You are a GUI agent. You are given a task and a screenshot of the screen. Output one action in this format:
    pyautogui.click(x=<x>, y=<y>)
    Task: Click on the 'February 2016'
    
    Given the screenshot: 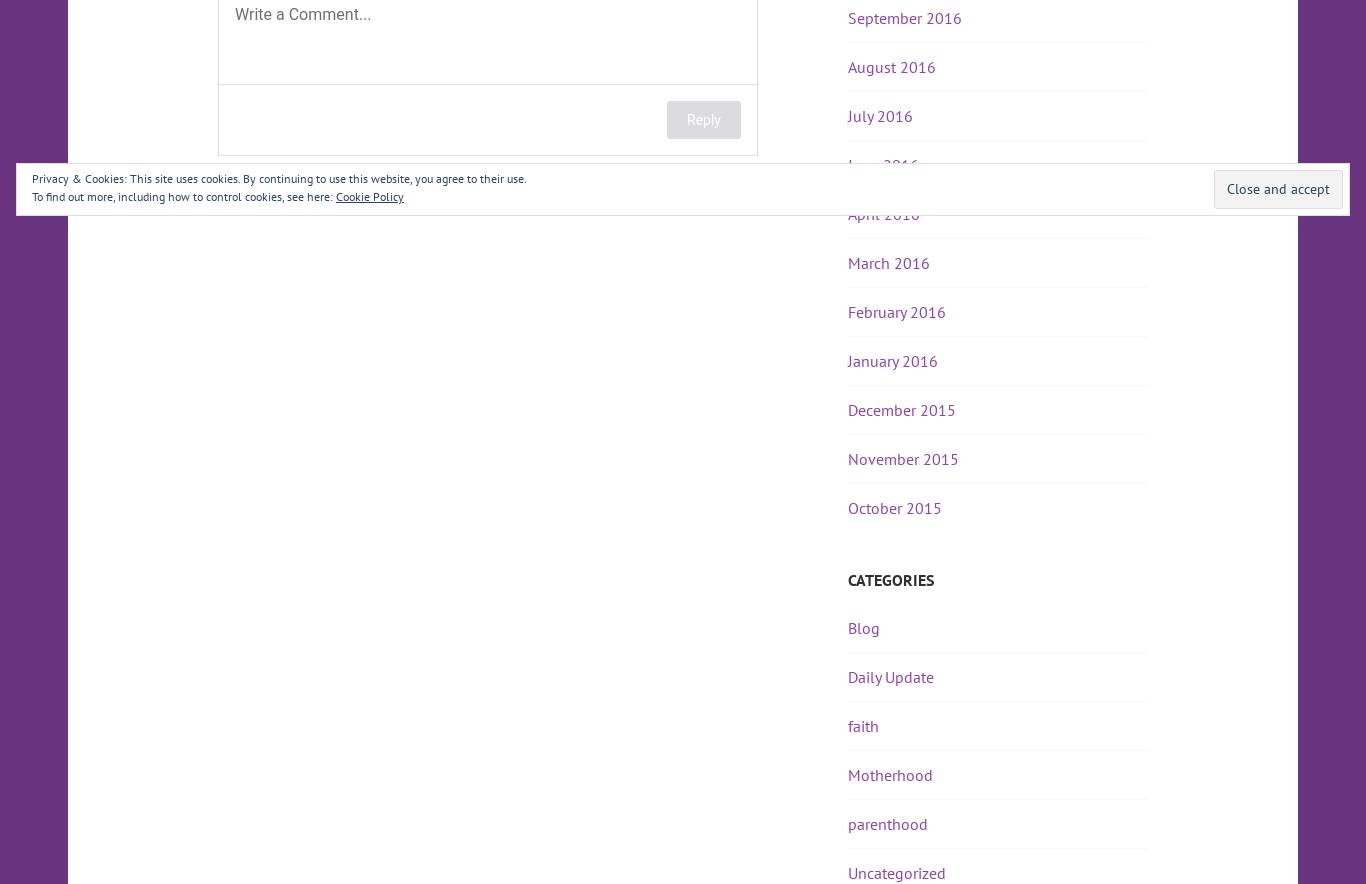 What is the action you would take?
    pyautogui.click(x=896, y=311)
    